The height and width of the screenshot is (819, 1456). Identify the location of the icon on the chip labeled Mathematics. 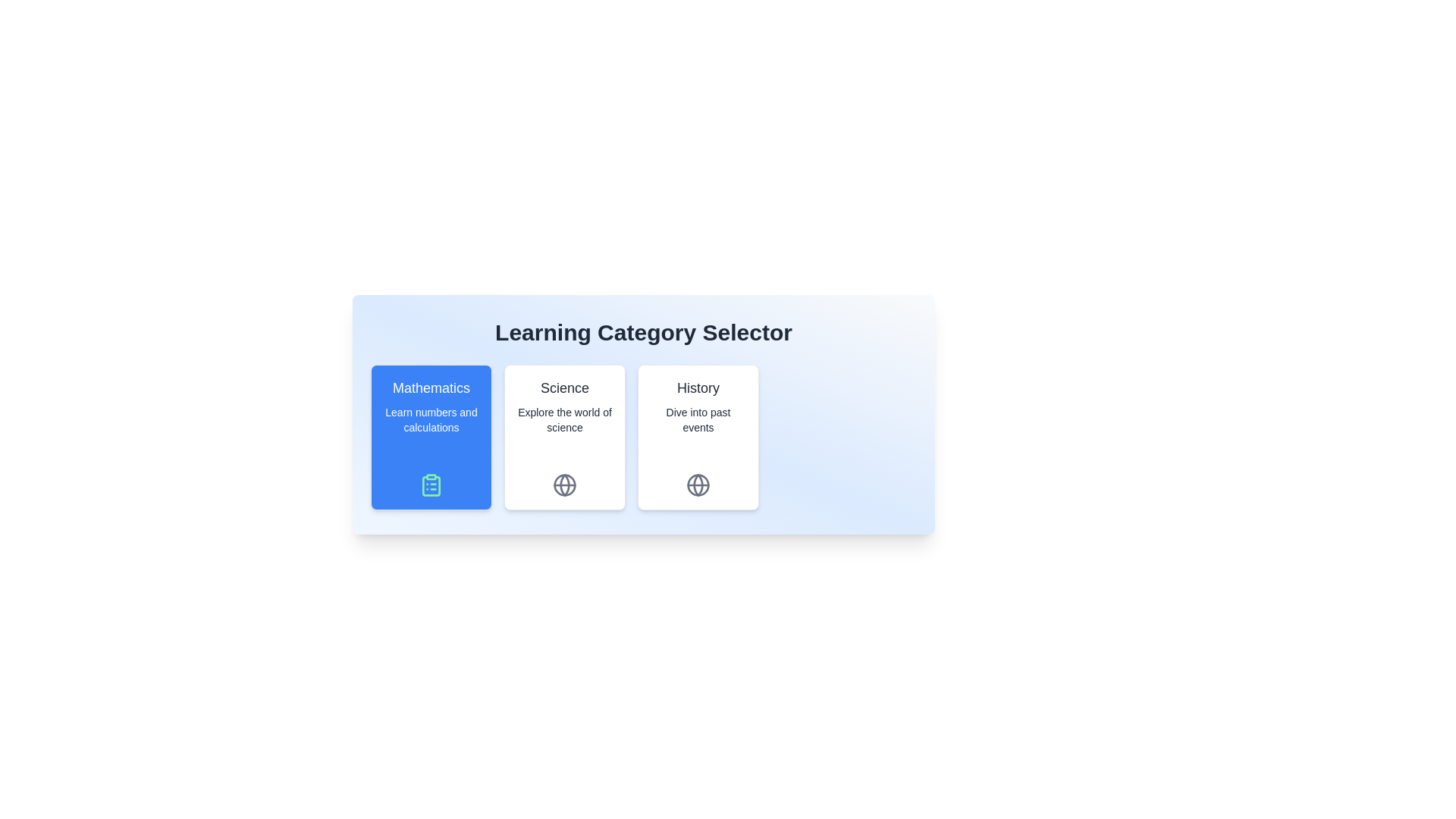
(431, 485).